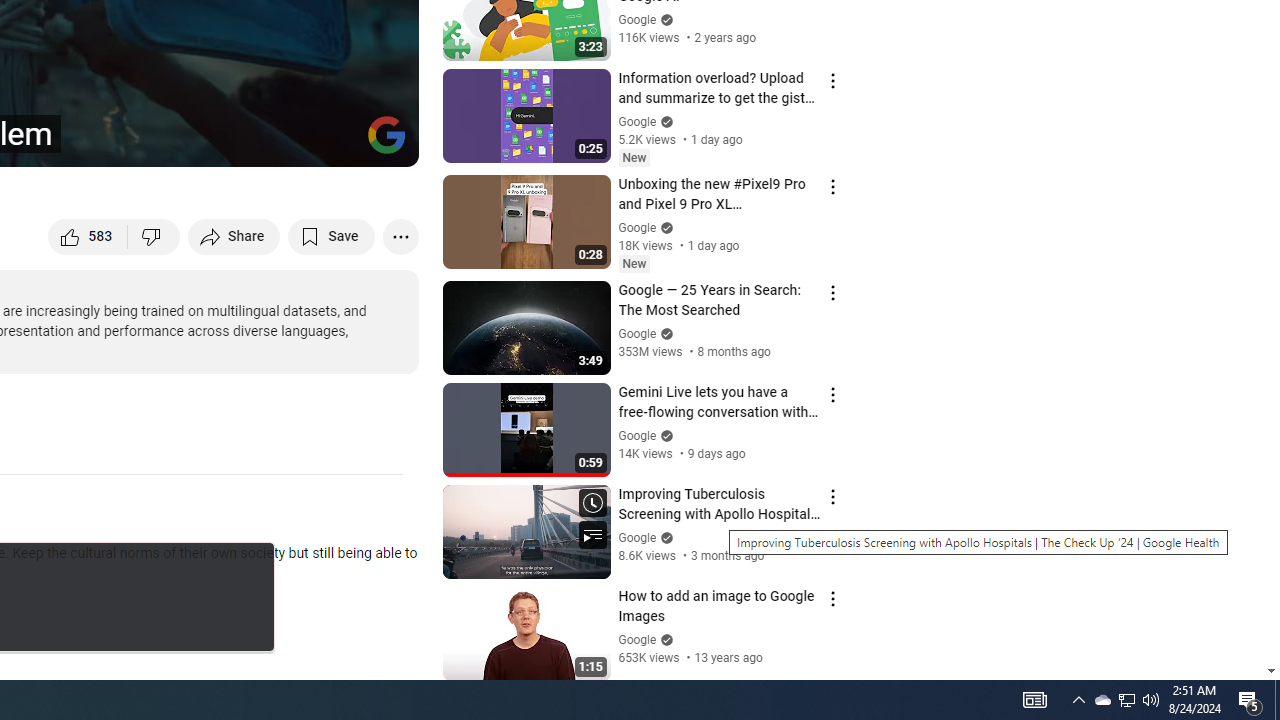  Describe the element at coordinates (382, 141) in the screenshot. I see `'Full screen (f)'` at that location.